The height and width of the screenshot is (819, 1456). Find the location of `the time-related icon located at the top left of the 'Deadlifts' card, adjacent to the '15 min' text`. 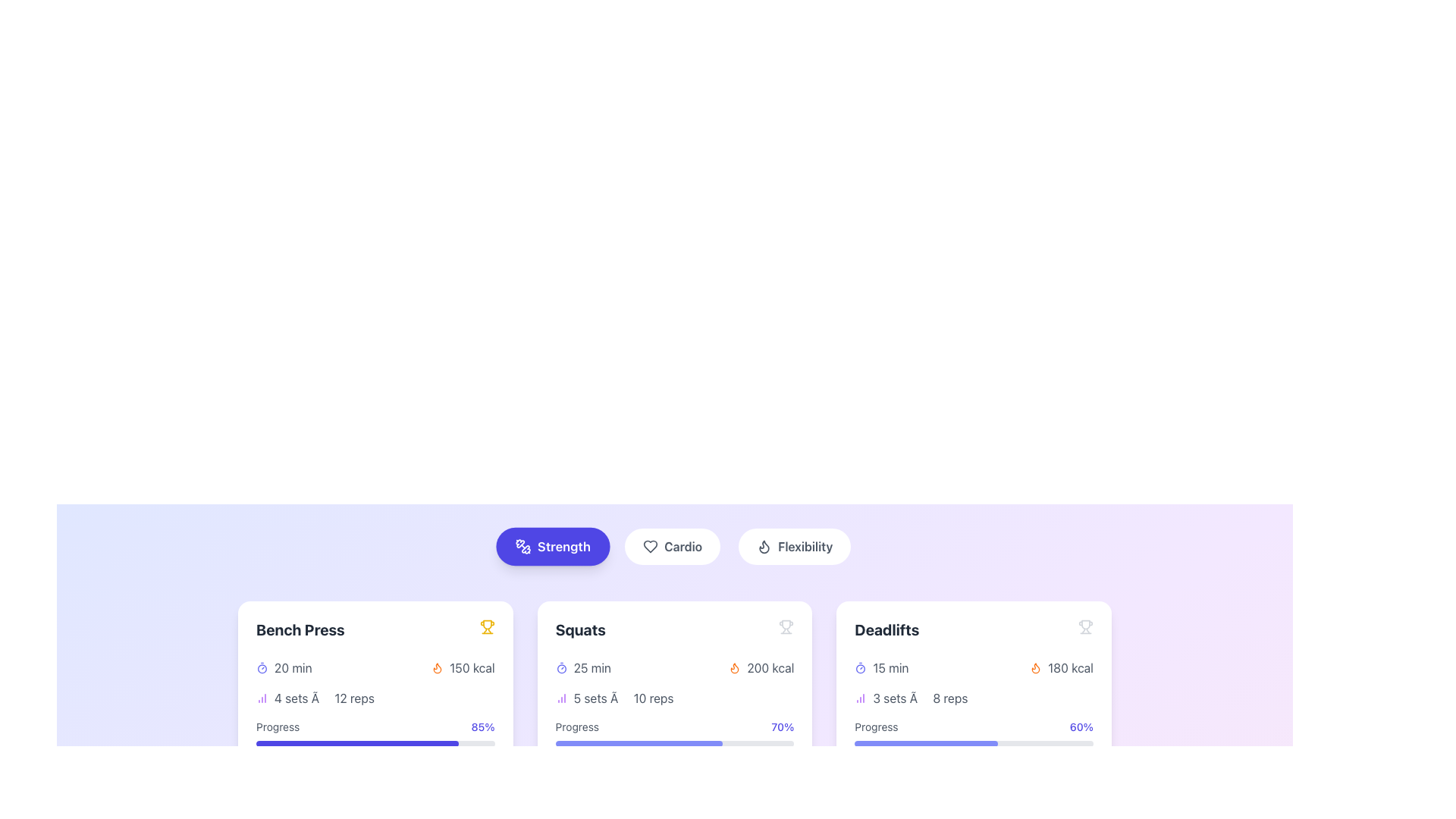

the time-related icon located at the top left of the 'Deadlifts' card, adjacent to the '15 min' text is located at coordinates (861, 667).